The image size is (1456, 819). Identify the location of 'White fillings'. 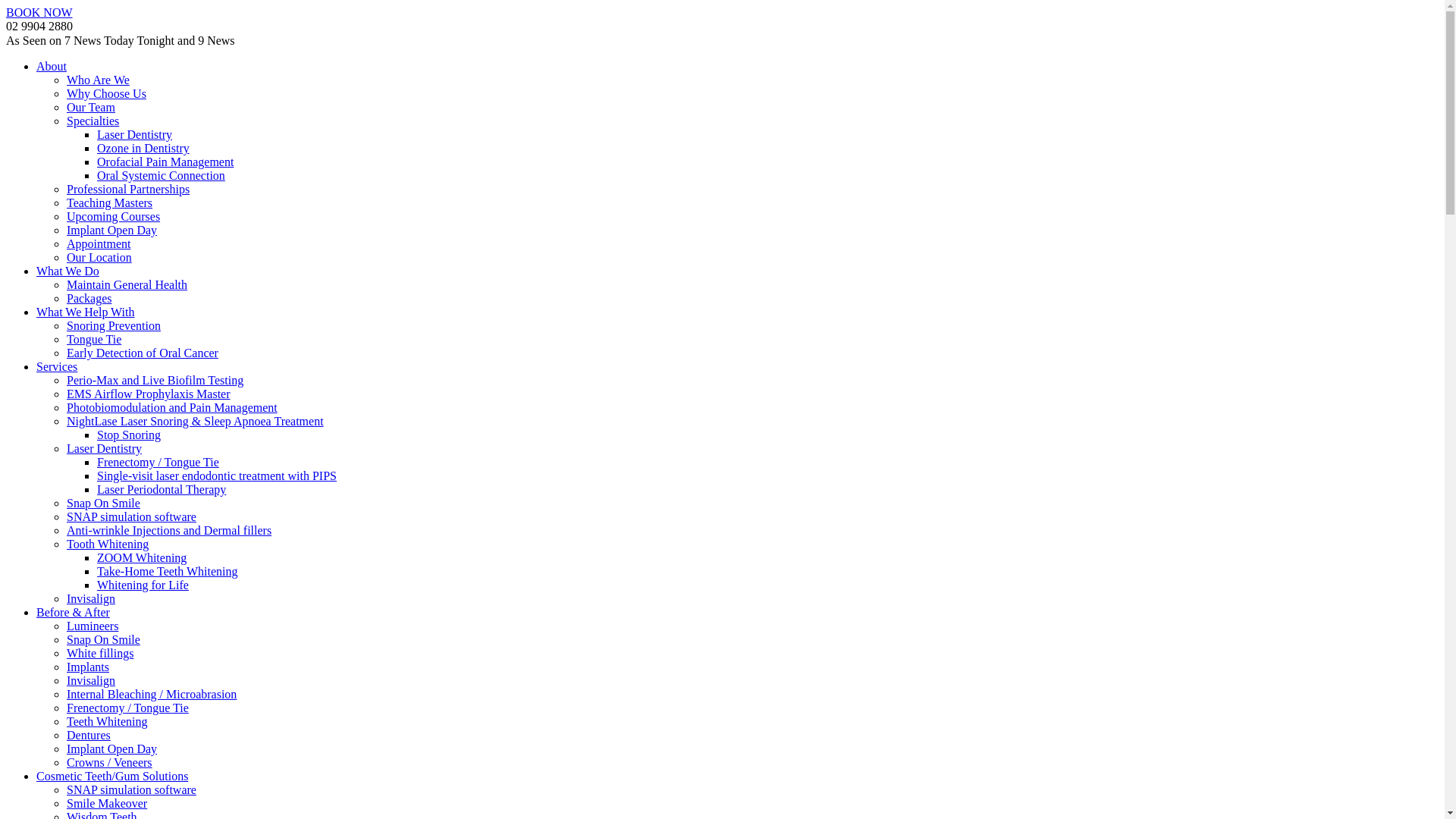
(99, 652).